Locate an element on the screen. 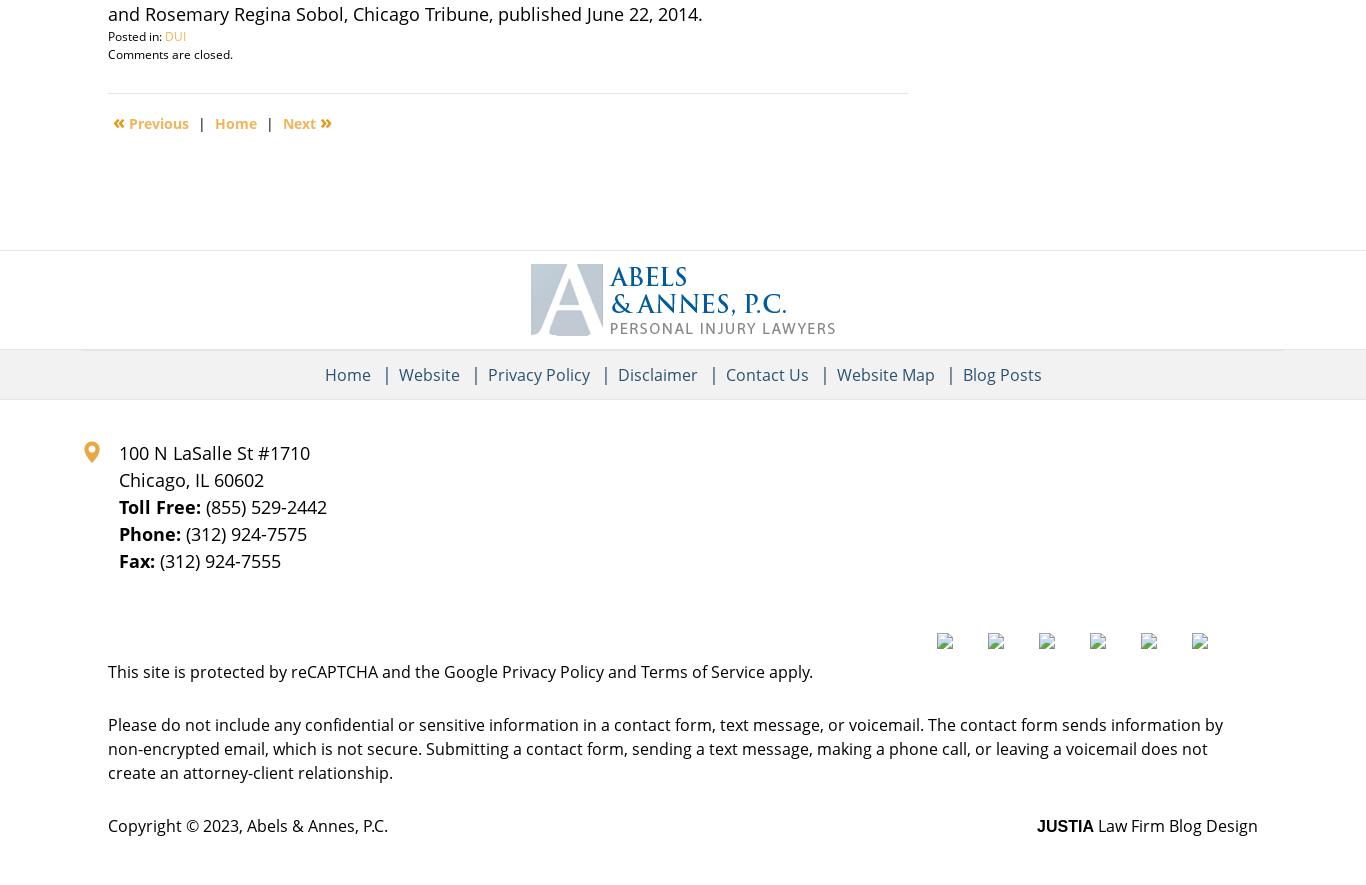 This screenshot has height=885, width=1366. 'Fax:' is located at coordinates (138, 559).